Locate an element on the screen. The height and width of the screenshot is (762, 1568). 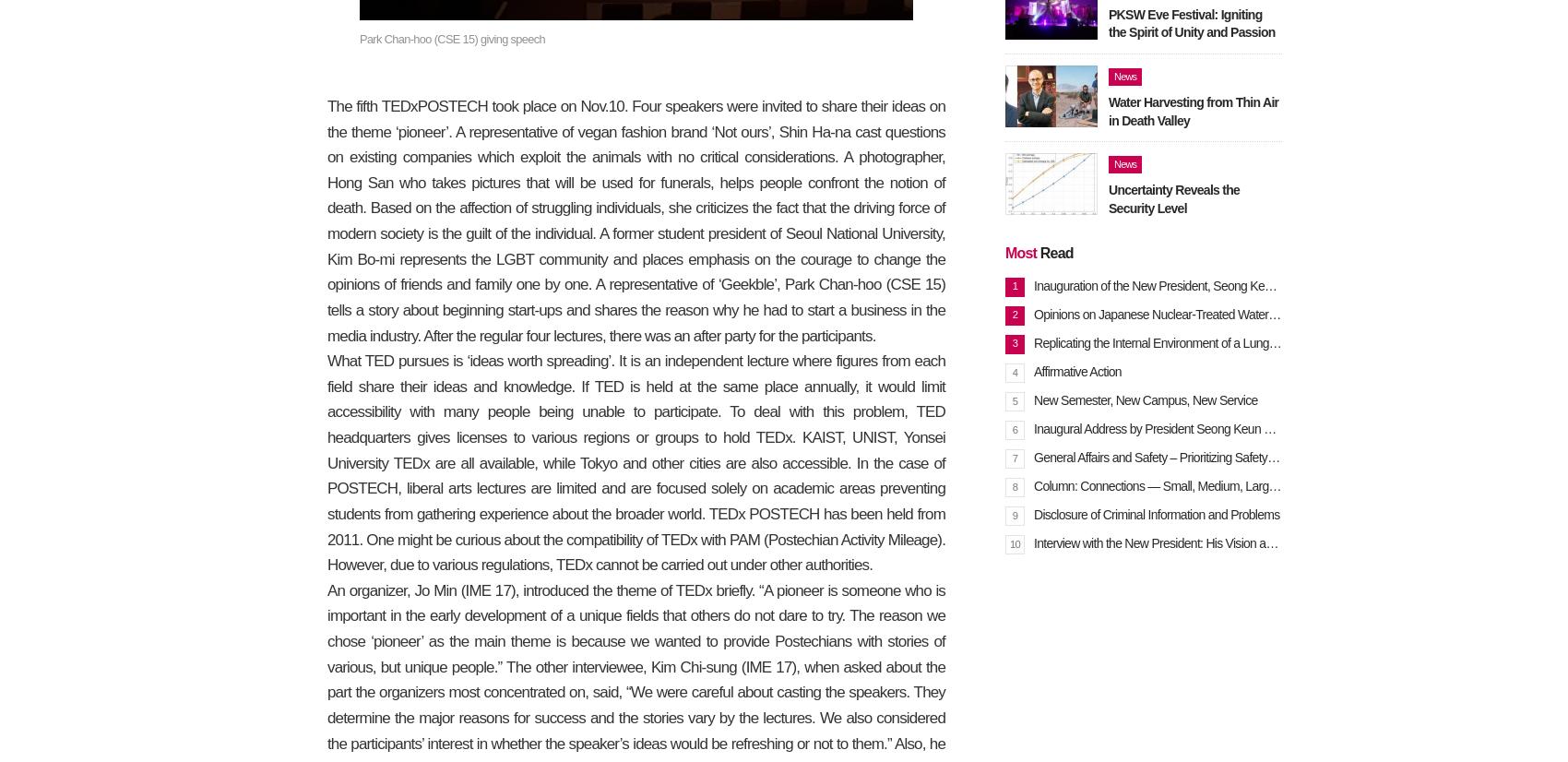
'Affirmative Action' is located at coordinates (1077, 370).